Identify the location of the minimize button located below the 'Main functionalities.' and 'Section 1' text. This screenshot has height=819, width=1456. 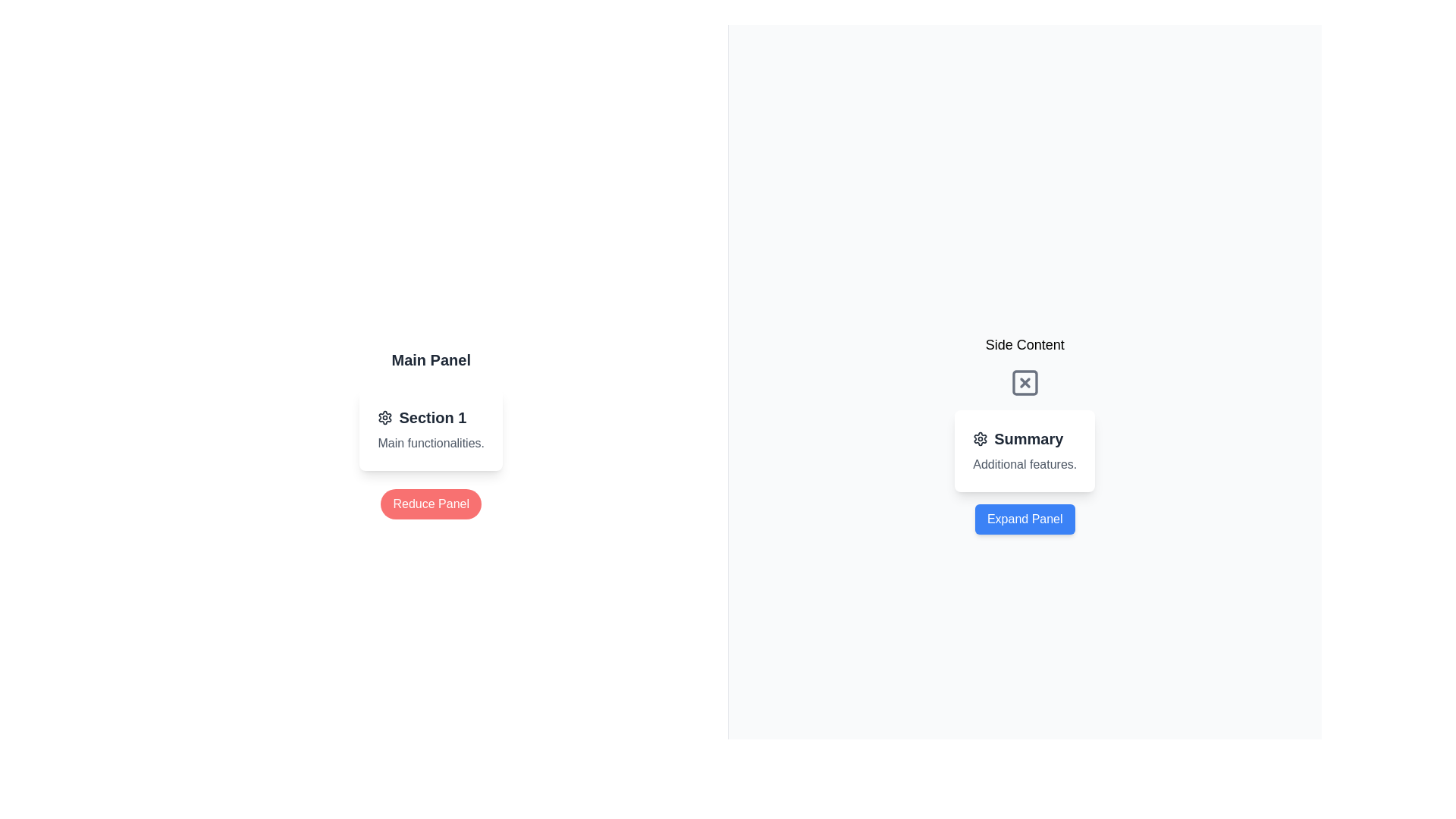
(430, 504).